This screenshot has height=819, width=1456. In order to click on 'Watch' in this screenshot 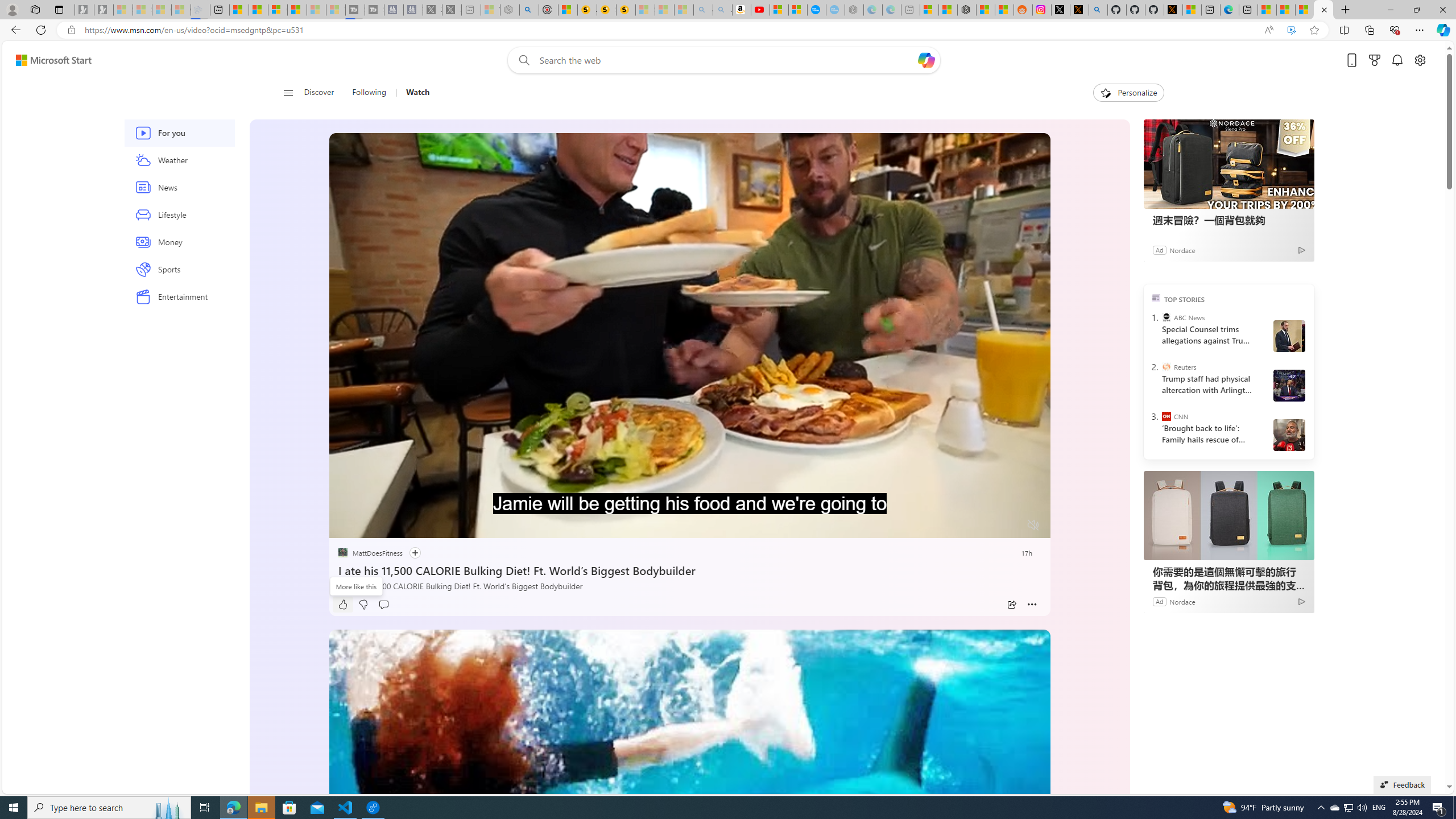, I will do `click(412, 92)`.